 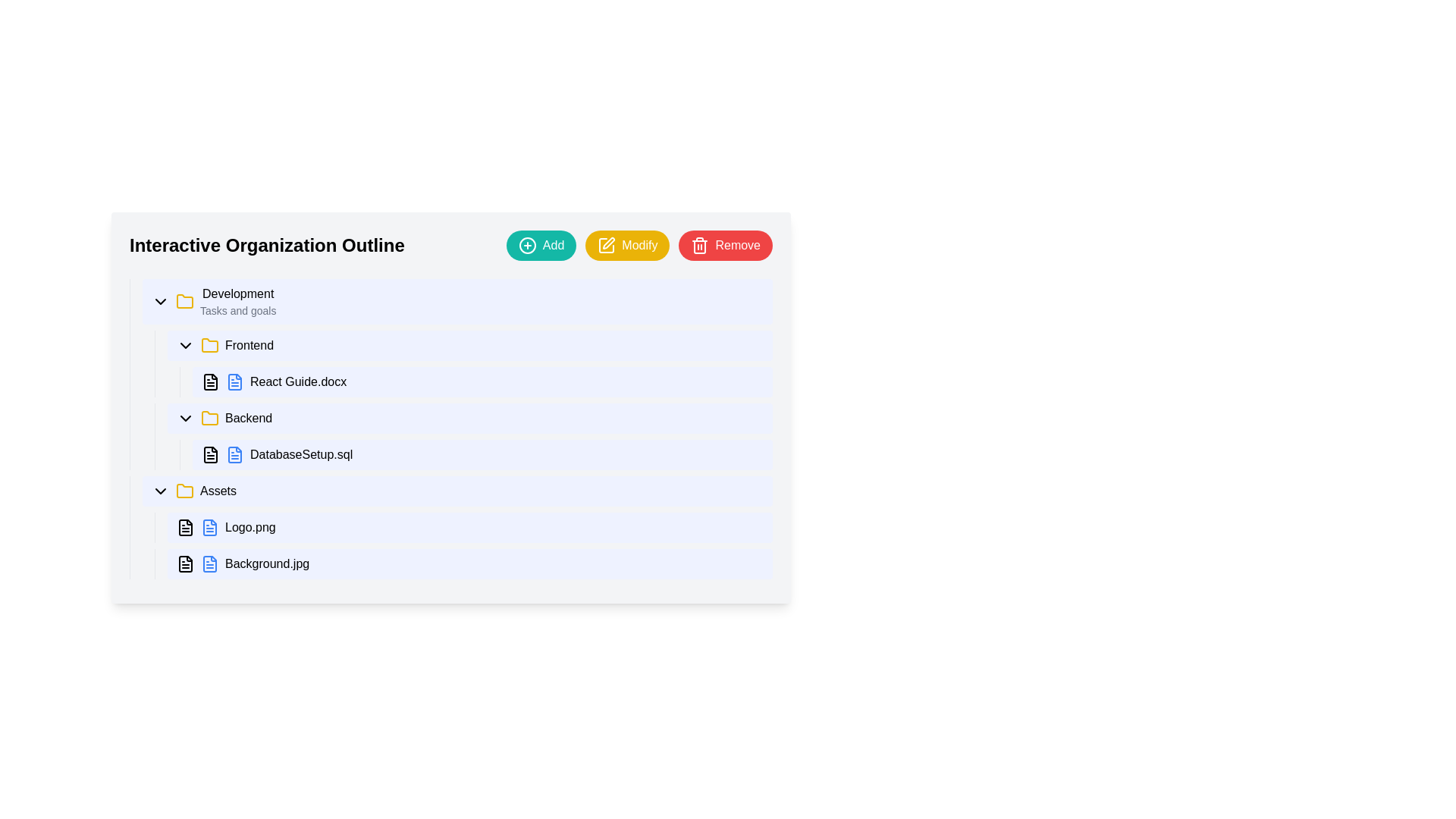 I want to click on the small black file document icon next to the text 'Background.jpg' in the Assets section, so click(x=184, y=564).